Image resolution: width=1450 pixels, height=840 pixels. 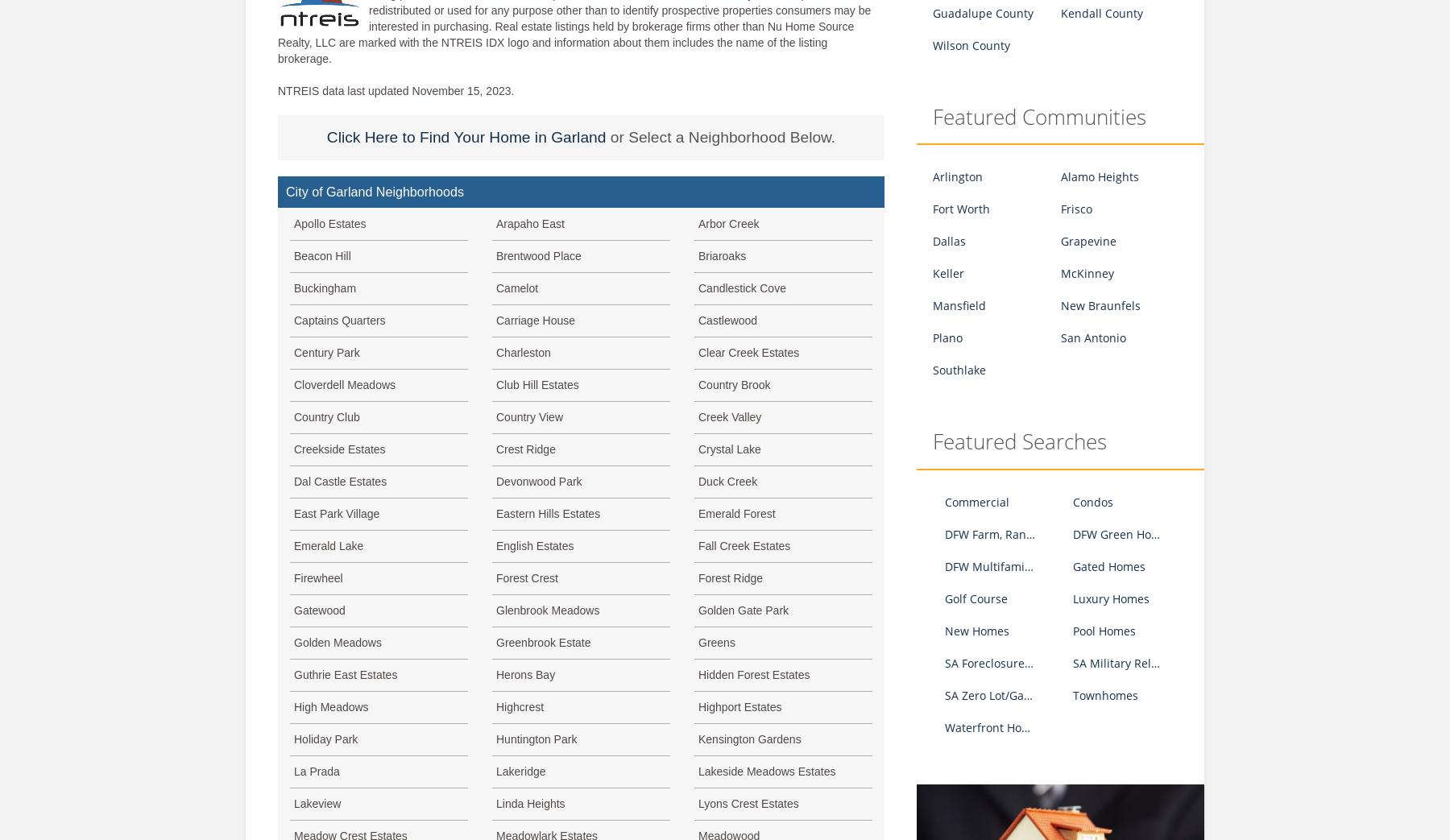 I want to click on 'Camelot', so click(x=517, y=287).